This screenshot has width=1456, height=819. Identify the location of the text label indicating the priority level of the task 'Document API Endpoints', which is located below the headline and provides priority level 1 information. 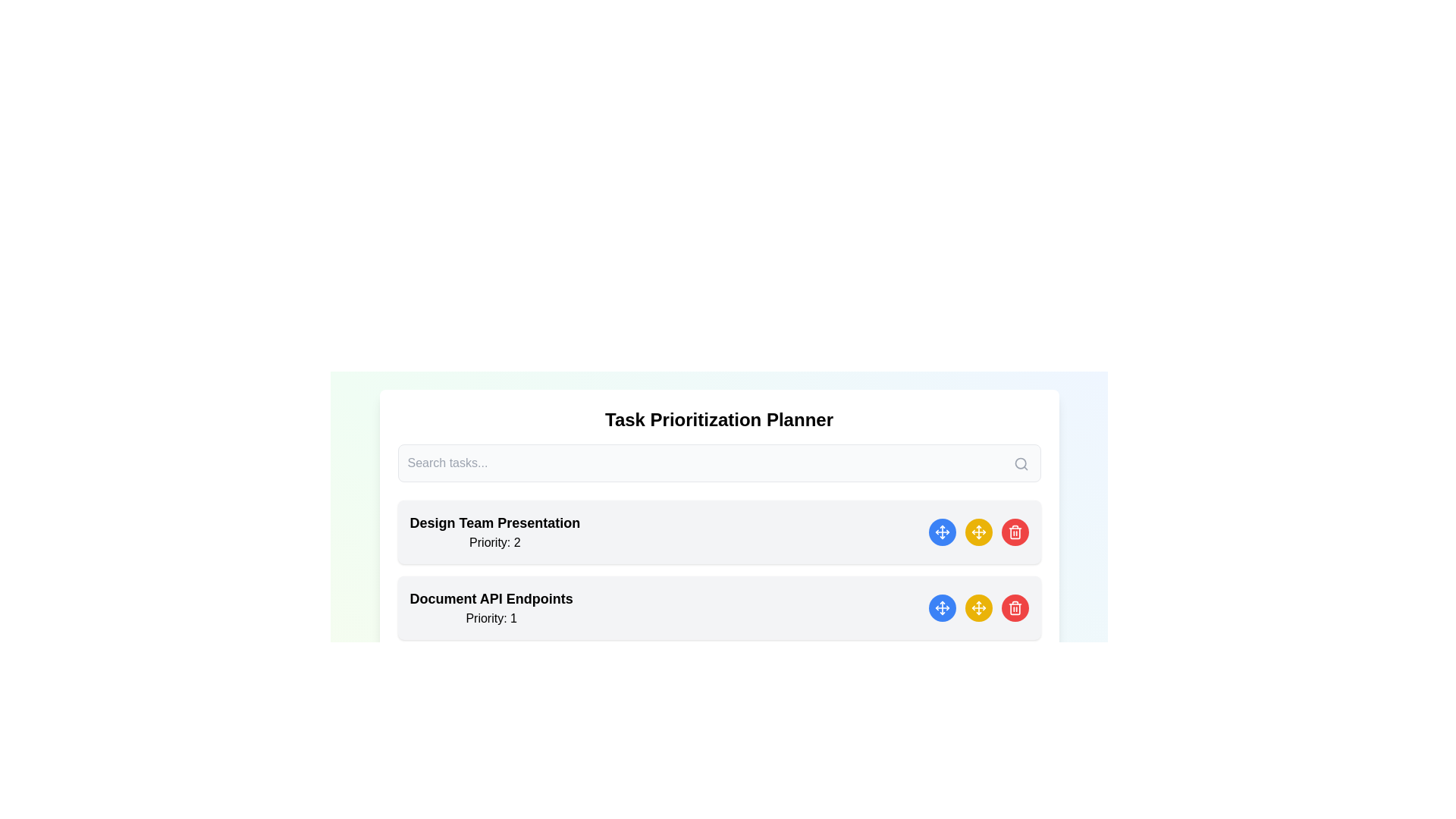
(491, 619).